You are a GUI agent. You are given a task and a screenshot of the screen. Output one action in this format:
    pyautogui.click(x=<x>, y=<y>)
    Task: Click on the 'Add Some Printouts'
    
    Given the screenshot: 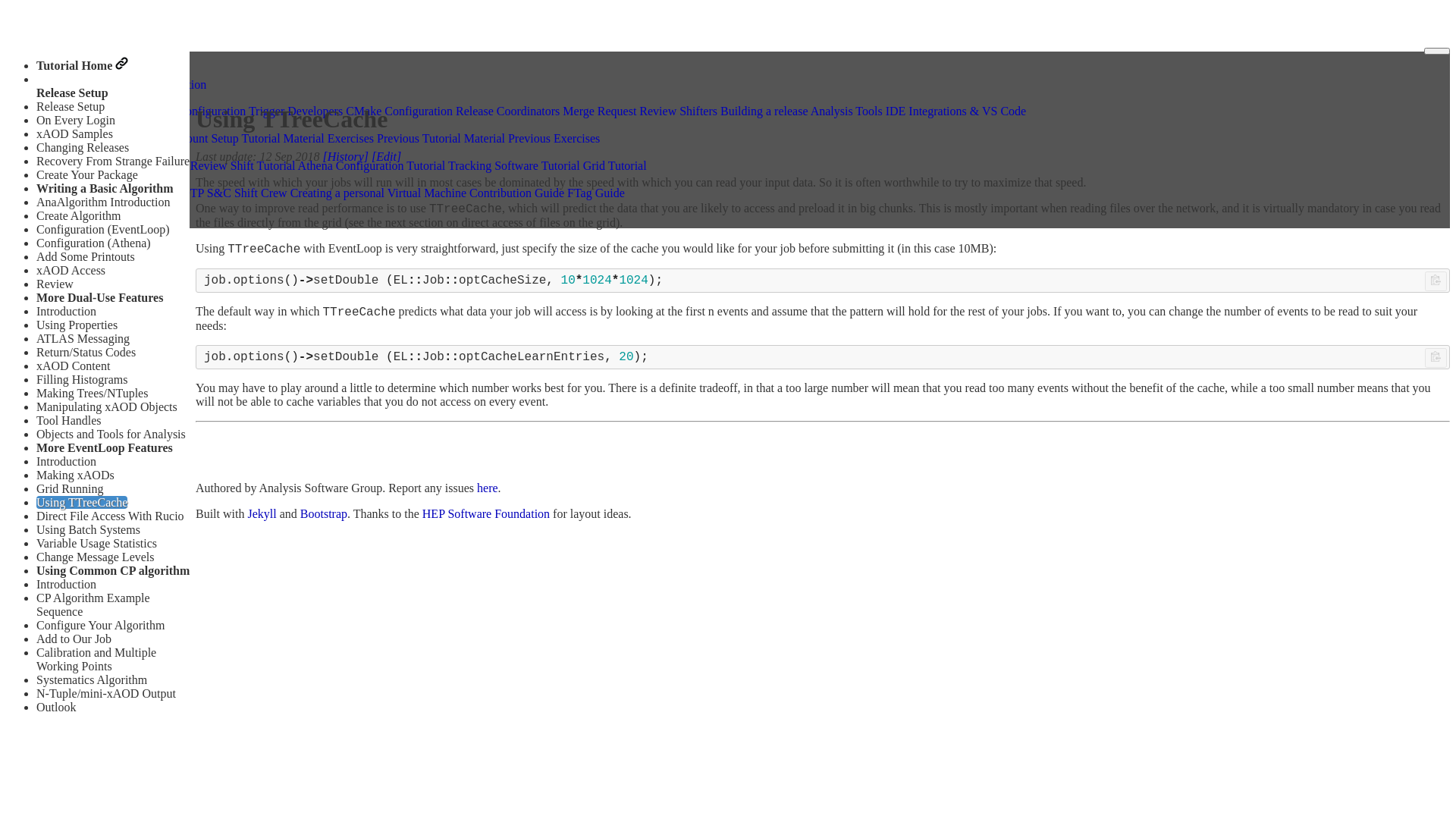 What is the action you would take?
    pyautogui.click(x=85, y=256)
    